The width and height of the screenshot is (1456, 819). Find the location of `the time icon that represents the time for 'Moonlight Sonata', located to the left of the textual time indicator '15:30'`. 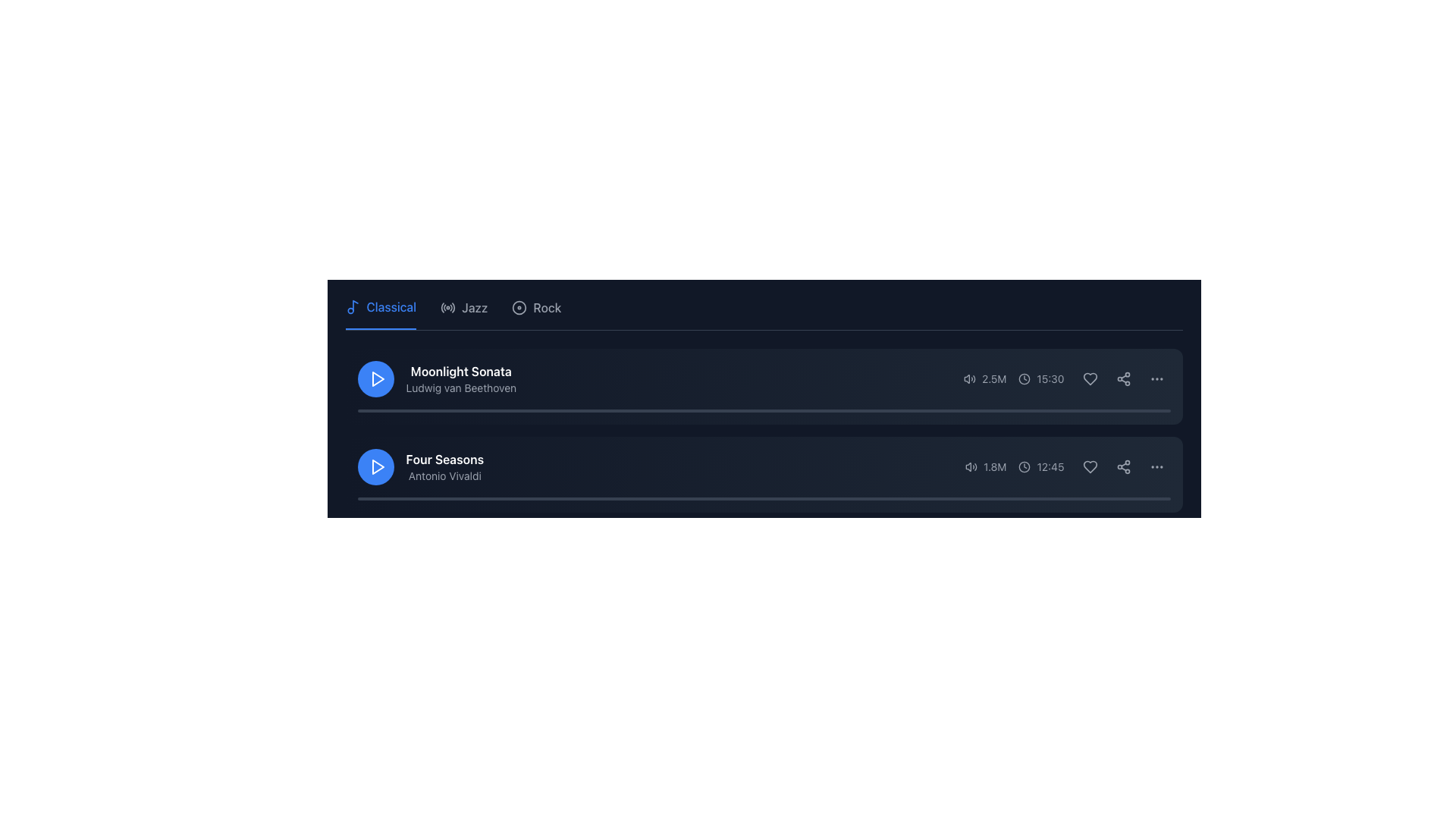

the time icon that represents the time for 'Moonlight Sonata', located to the left of the textual time indicator '15:30' is located at coordinates (1025, 378).